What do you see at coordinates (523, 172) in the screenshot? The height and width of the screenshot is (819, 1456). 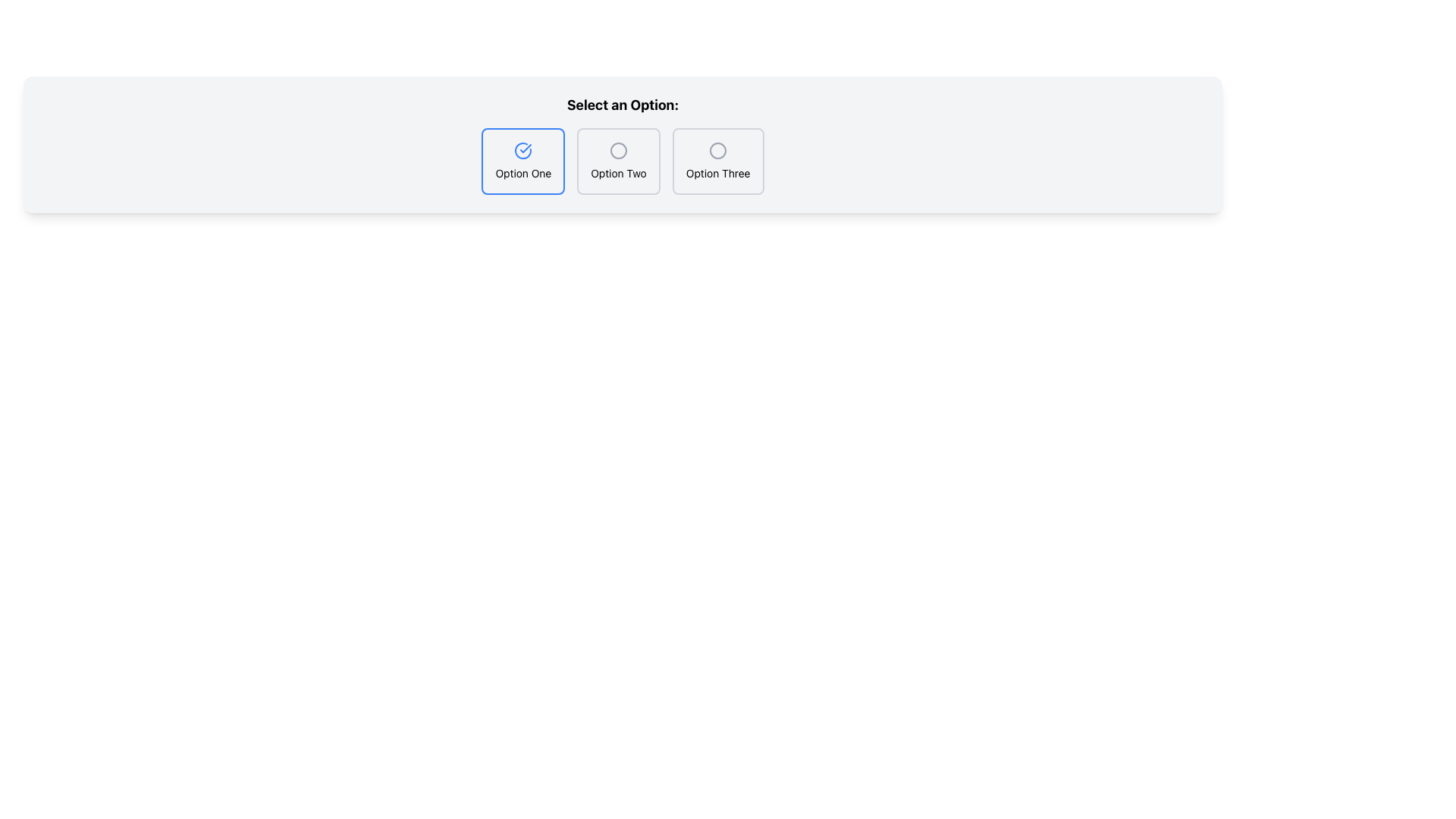 I see `the text label for 'Option One', which serves as a label for the first option button positioned below a blue check icon` at bounding box center [523, 172].